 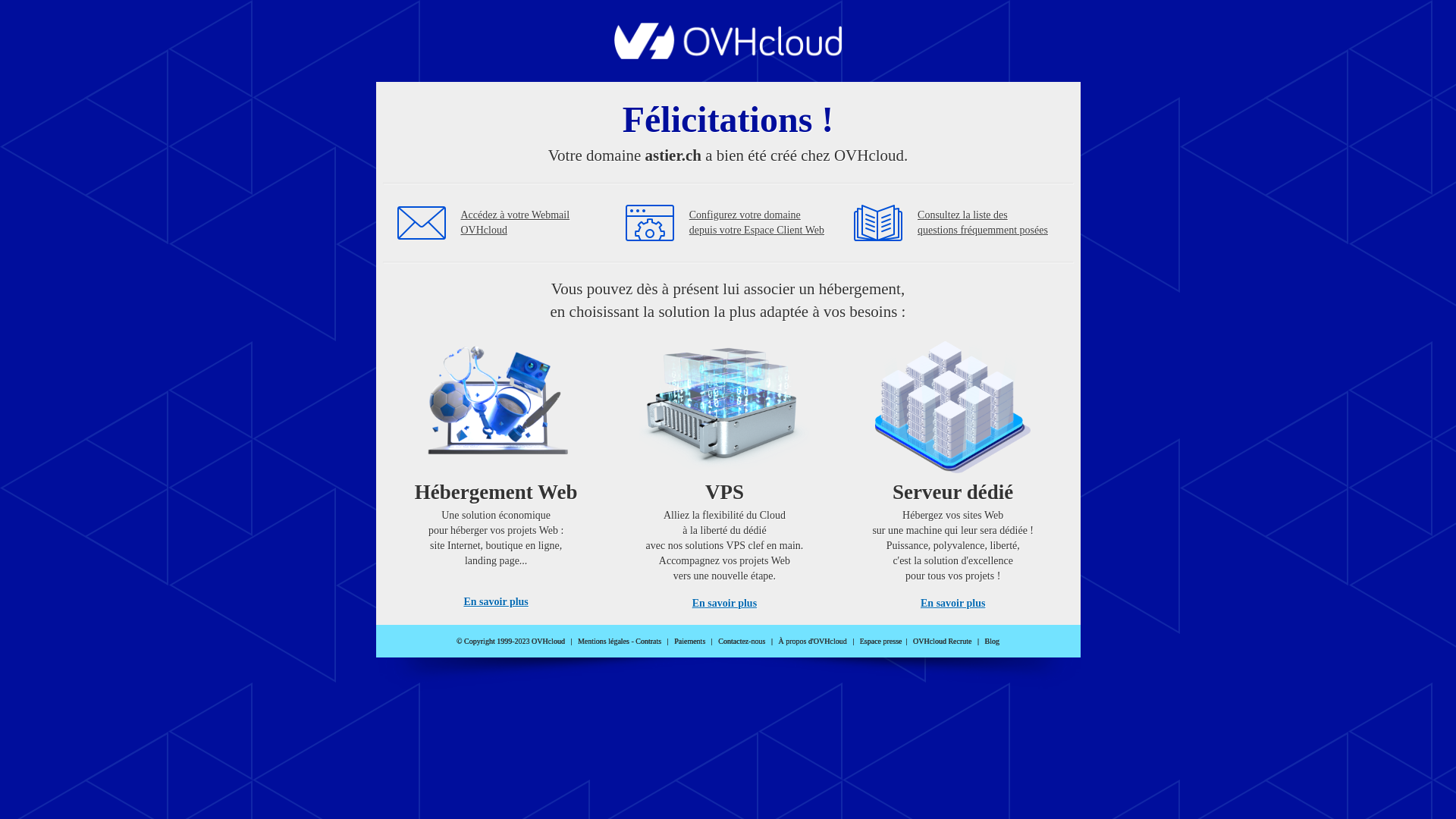 What do you see at coordinates (742, 641) in the screenshot?
I see `'Contactez-nous'` at bounding box center [742, 641].